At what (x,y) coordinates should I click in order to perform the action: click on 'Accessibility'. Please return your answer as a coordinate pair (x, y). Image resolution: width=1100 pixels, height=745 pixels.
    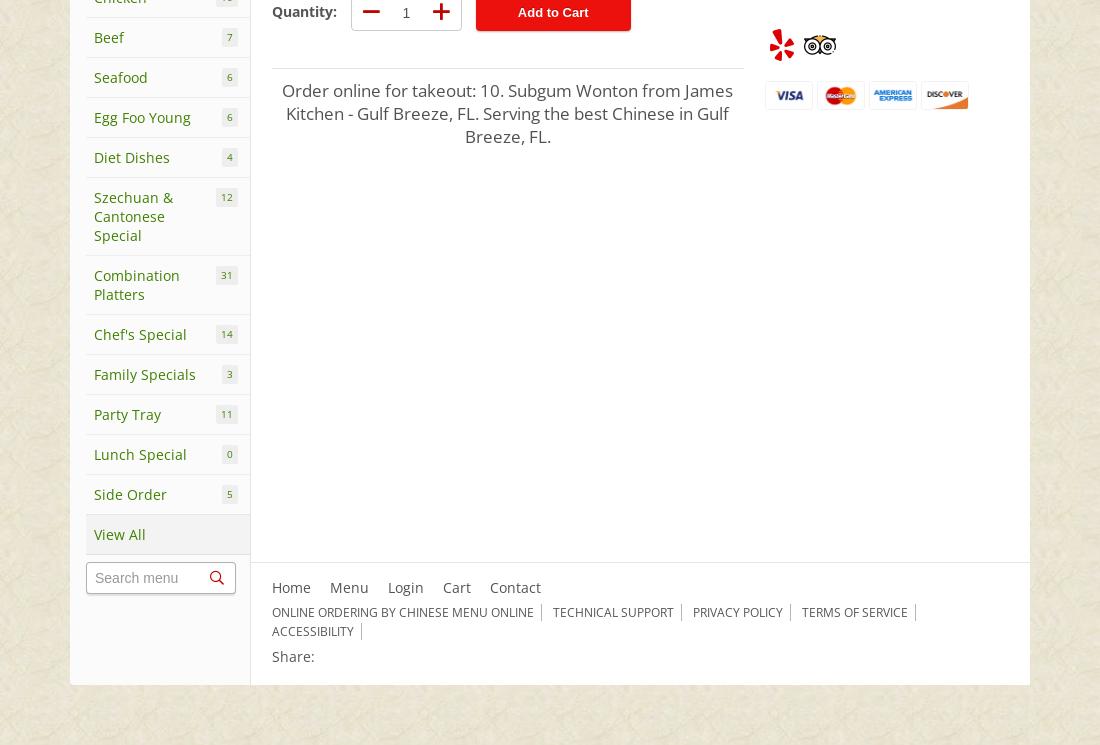
    Looking at the image, I should click on (310, 631).